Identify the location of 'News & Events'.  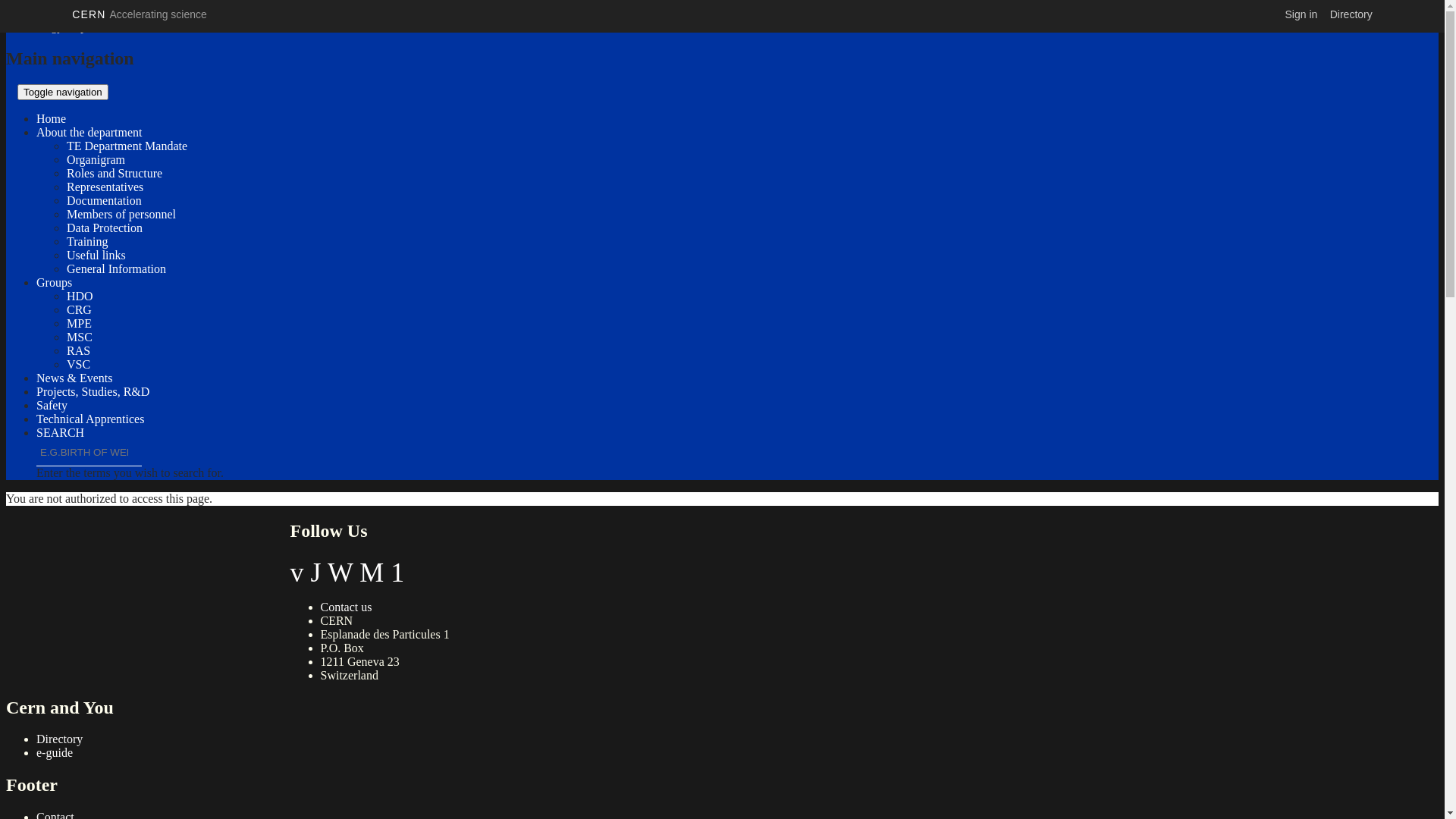
(73, 377).